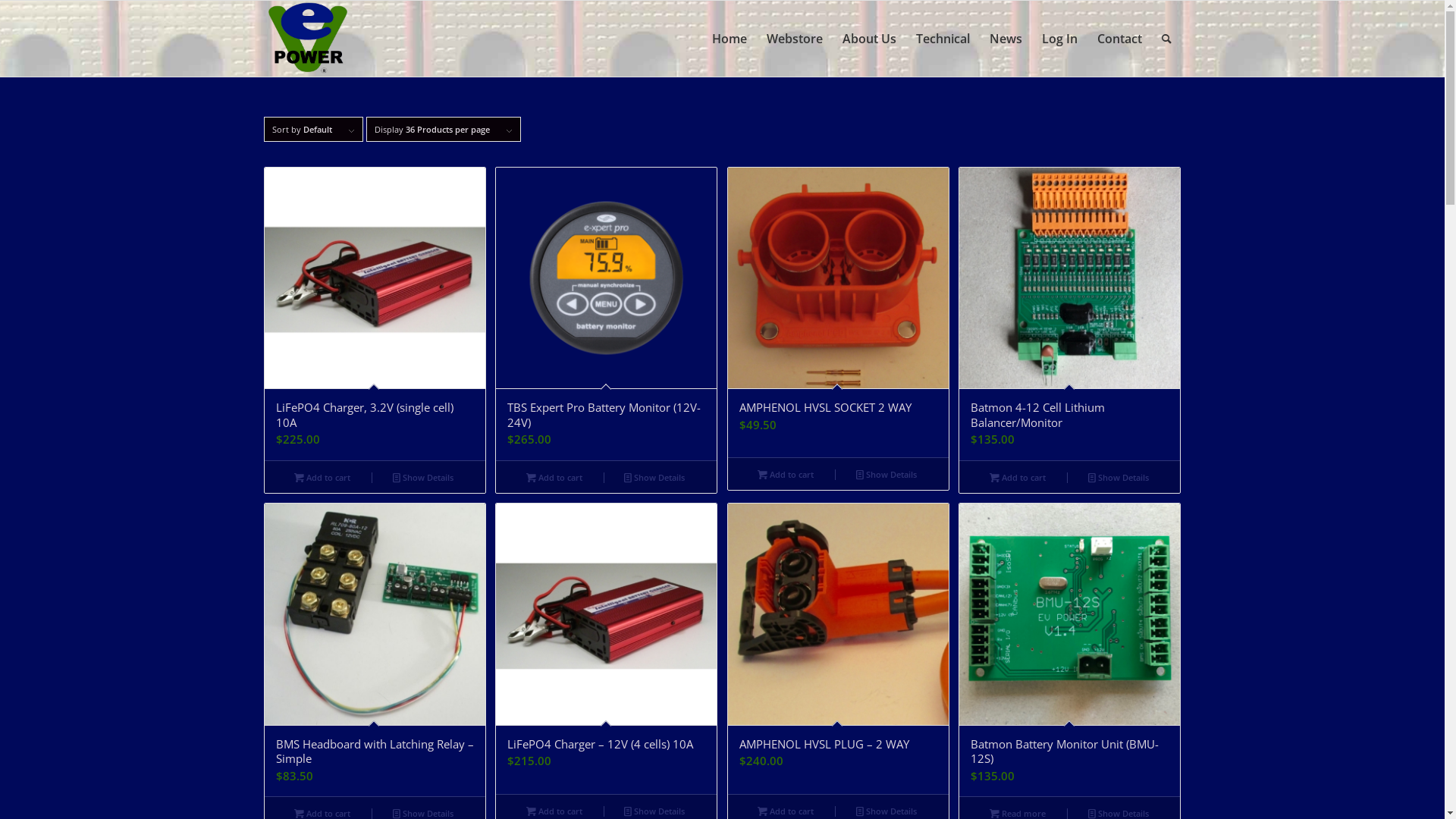  What do you see at coordinates (869, 37) in the screenshot?
I see `'About Us'` at bounding box center [869, 37].